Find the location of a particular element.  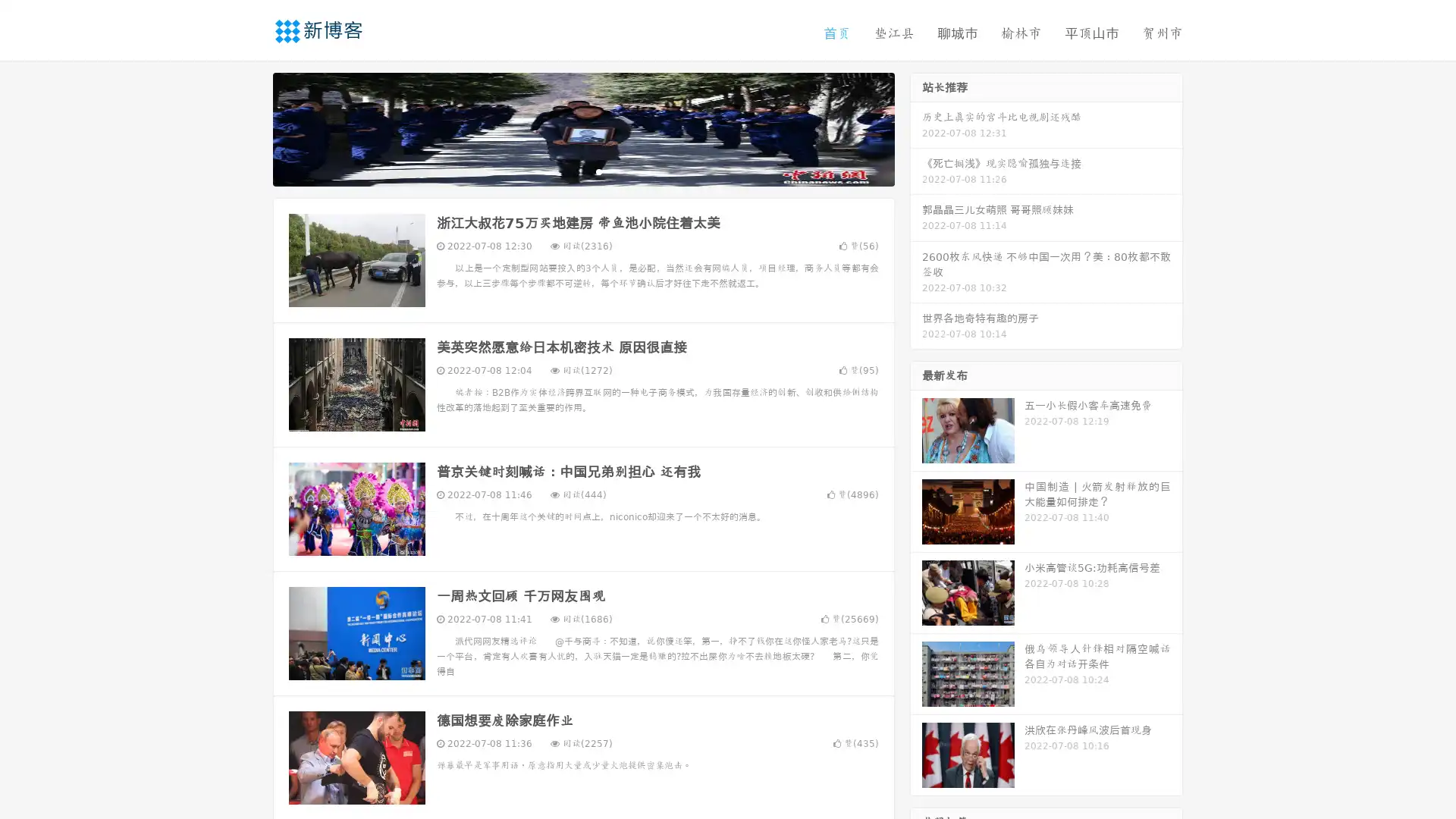

Go to slide 2 is located at coordinates (582, 171).